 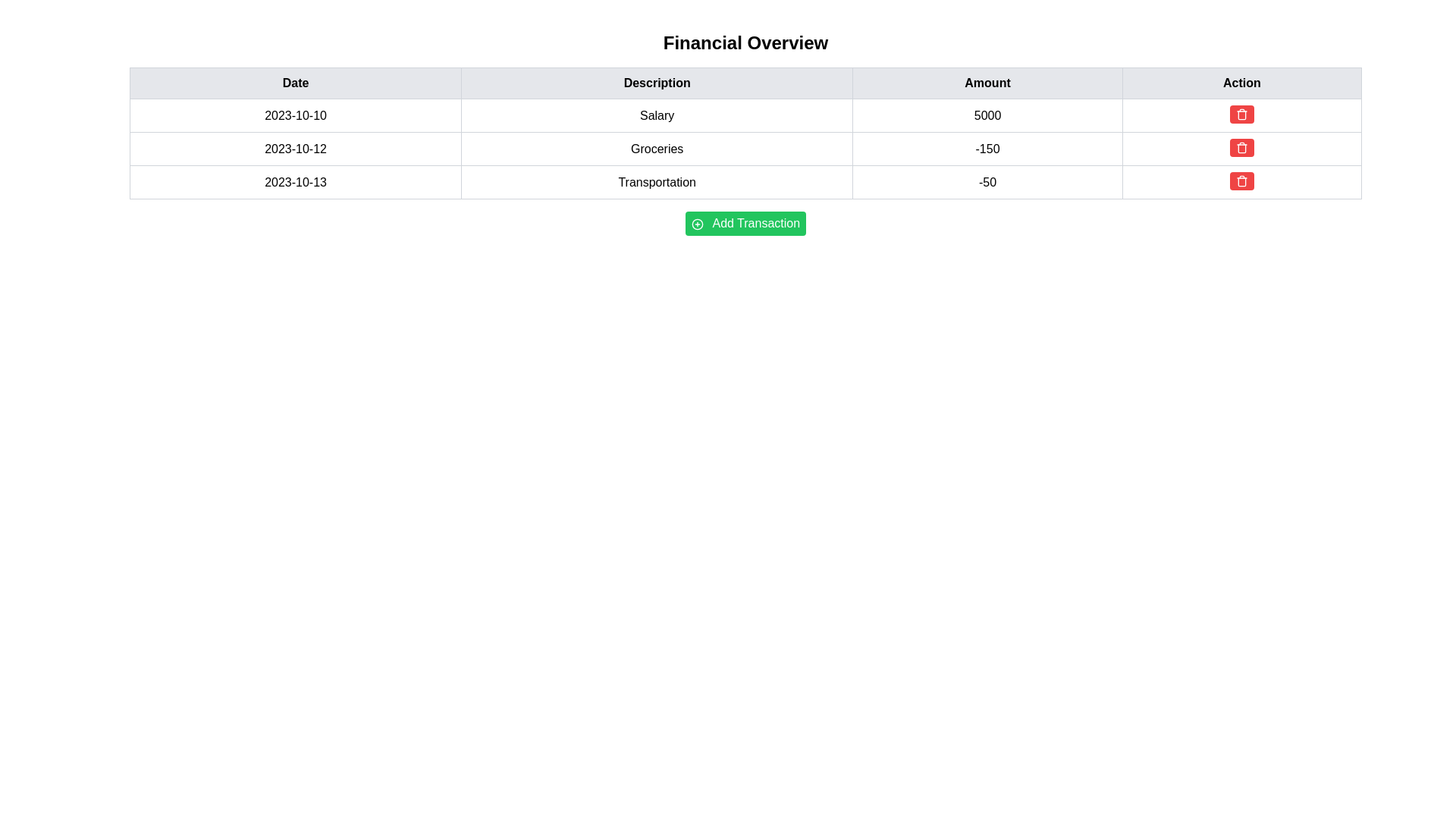 I want to click on the 'Action' header cell in the table, which is the fourth header cell located at the rightmost end of its row, so click(x=1241, y=83).